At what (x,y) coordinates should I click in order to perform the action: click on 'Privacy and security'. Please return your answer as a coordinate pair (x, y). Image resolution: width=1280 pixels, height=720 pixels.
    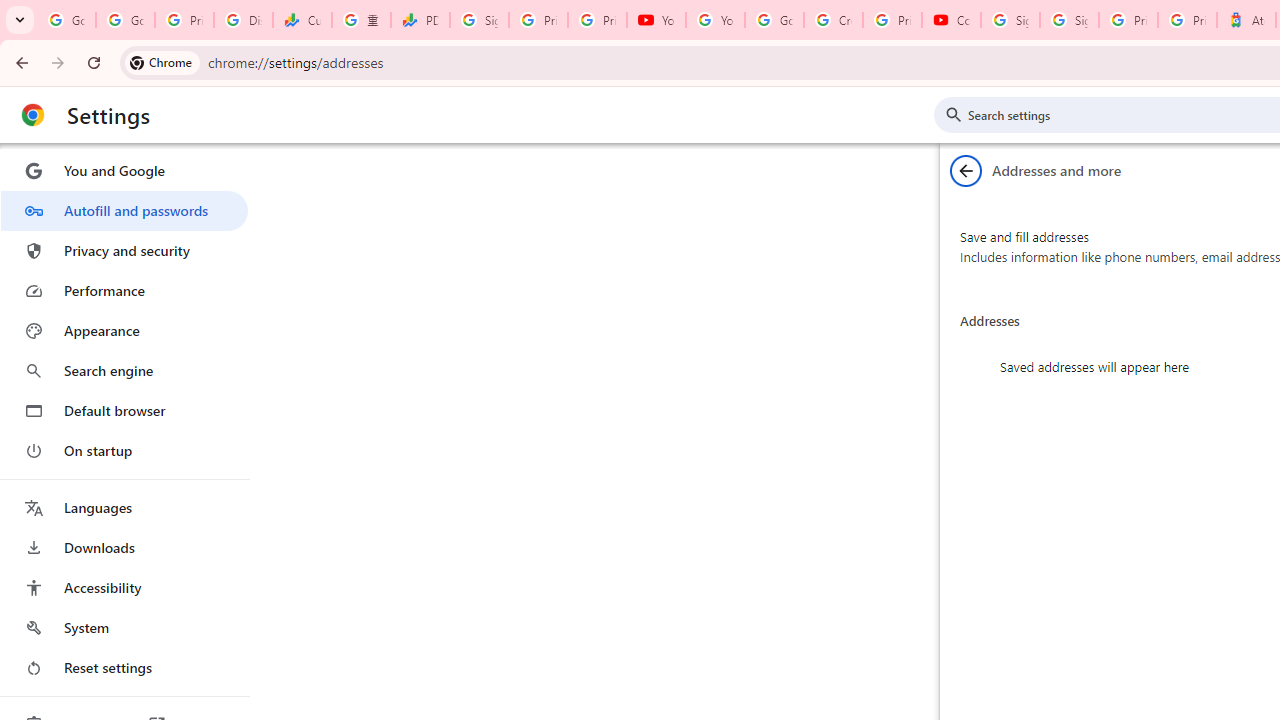
    Looking at the image, I should click on (123, 249).